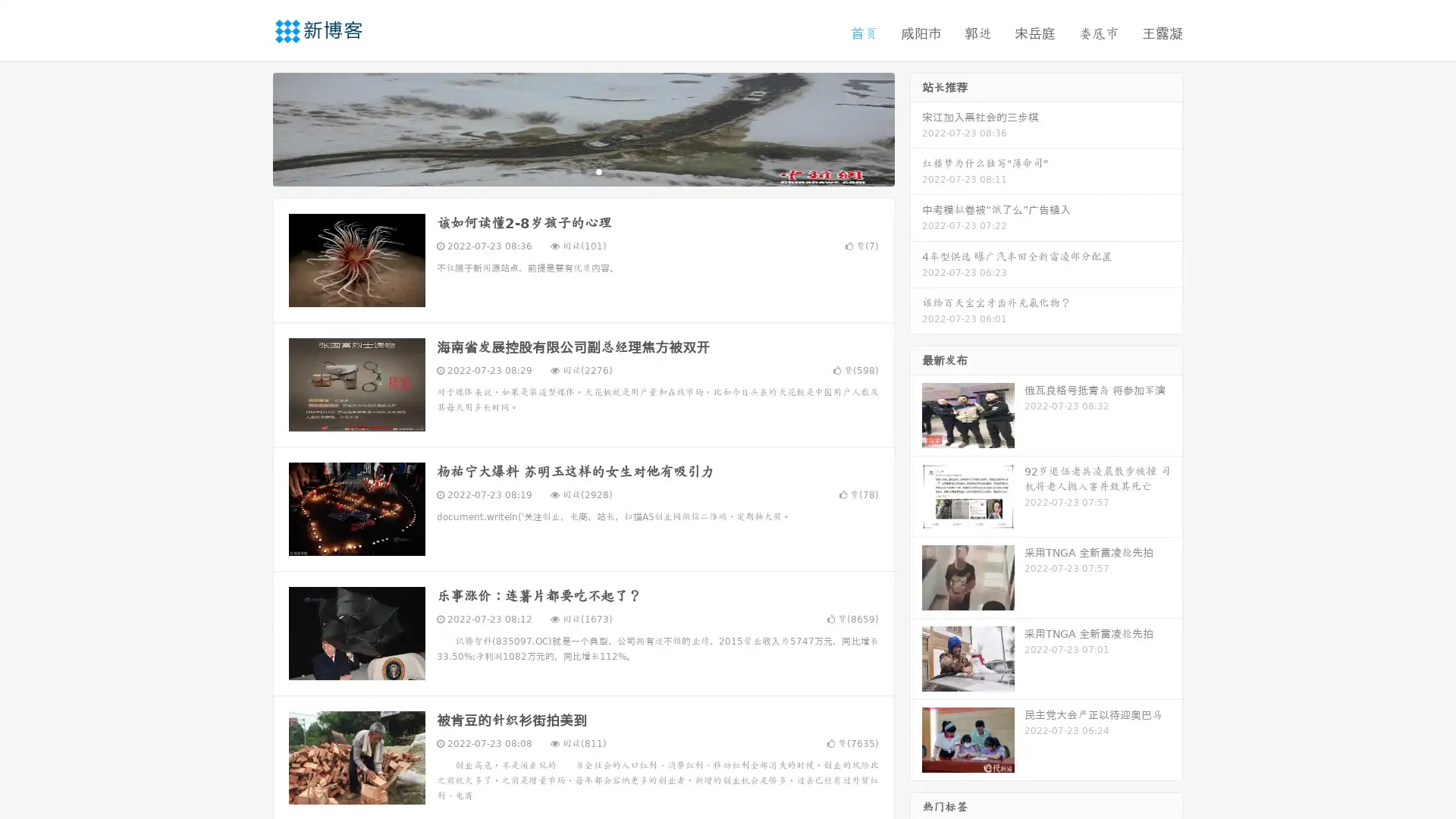 Image resolution: width=1456 pixels, height=819 pixels. What do you see at coordinates (250, 127) in the screenshot?
I see `Previous slide` at bounding box center [250, 127].